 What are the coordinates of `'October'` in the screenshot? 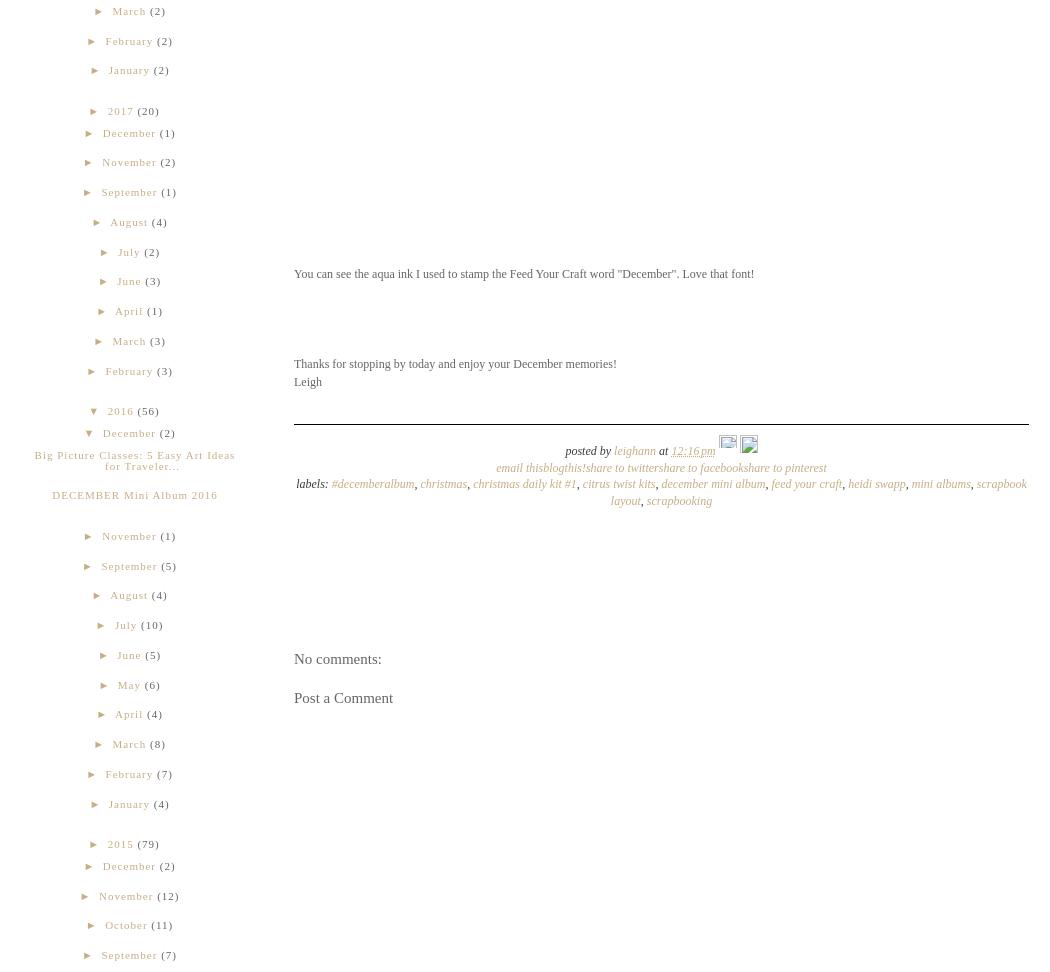 It's located at (125, 923).